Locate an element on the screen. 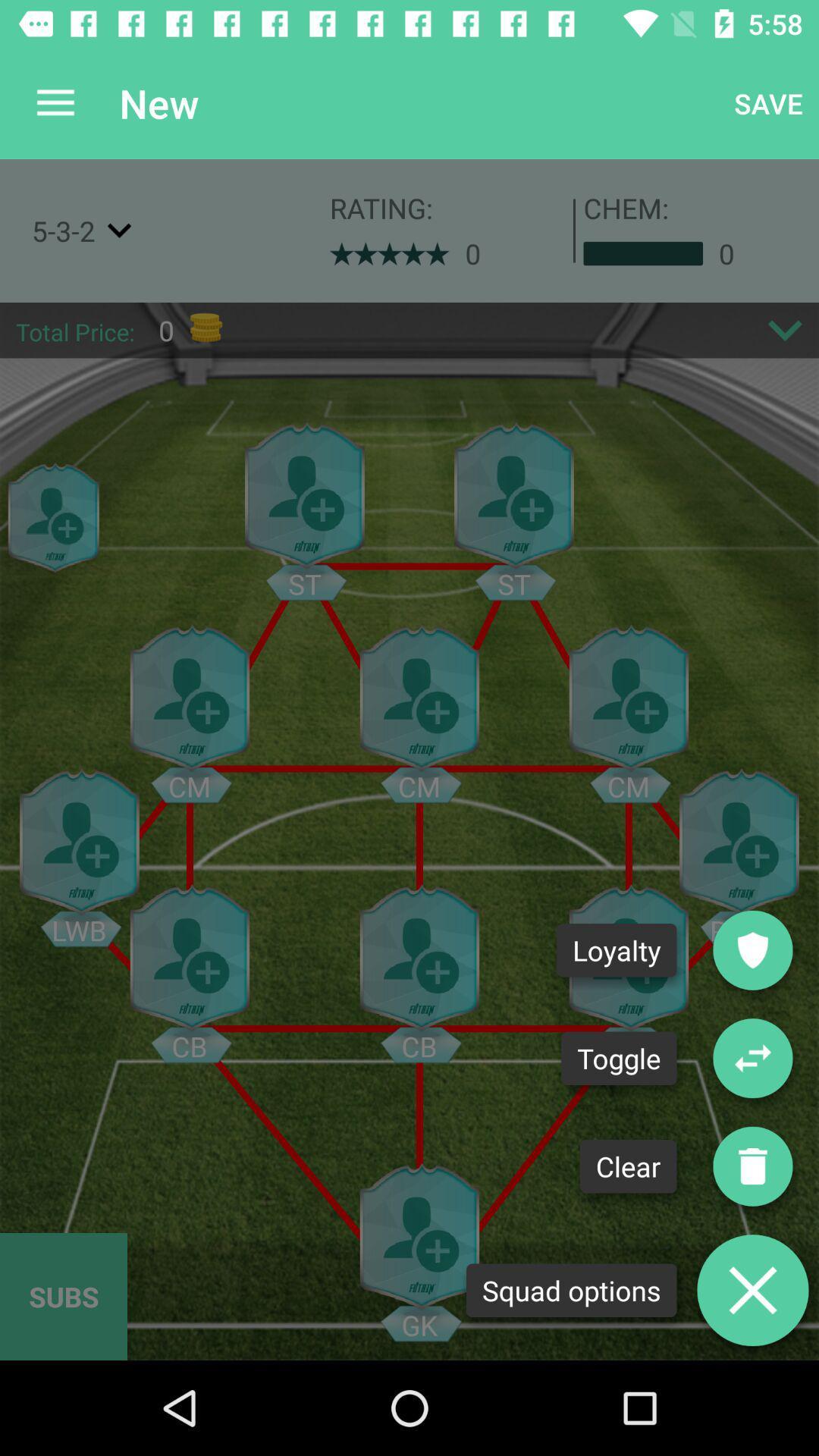 This screenshot has height=1456, width=819. the expand_more icon is located at coordinates (785, 329).